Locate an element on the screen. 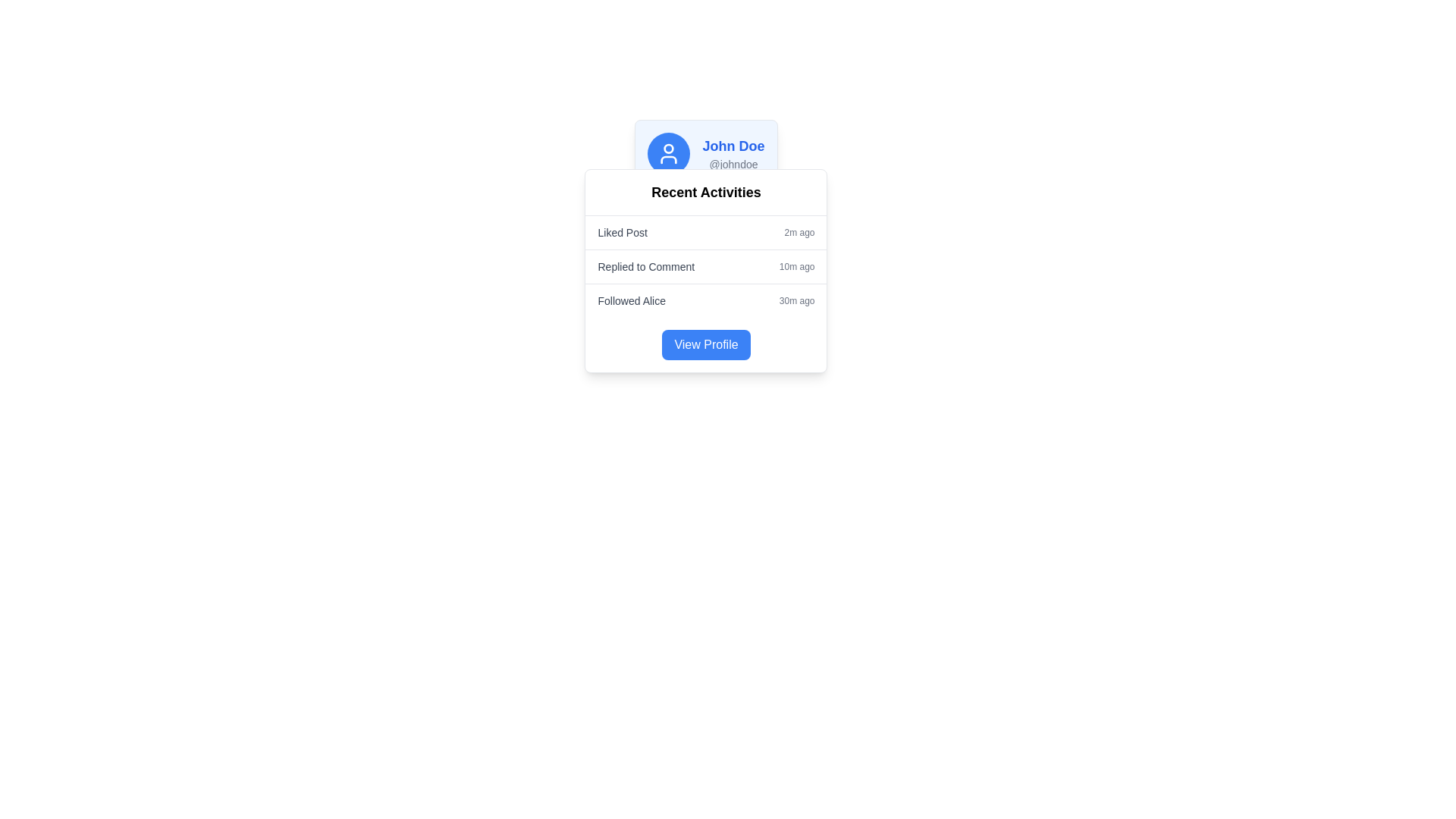 Image resolution: width=1456 pixels, height=819 pixels. static text indicating the elapsed time since the activity in the 'Recent Activities' section, specifically the text at the far-right end of the 'Replied to Comment' row is located at coordinates (796, 265).